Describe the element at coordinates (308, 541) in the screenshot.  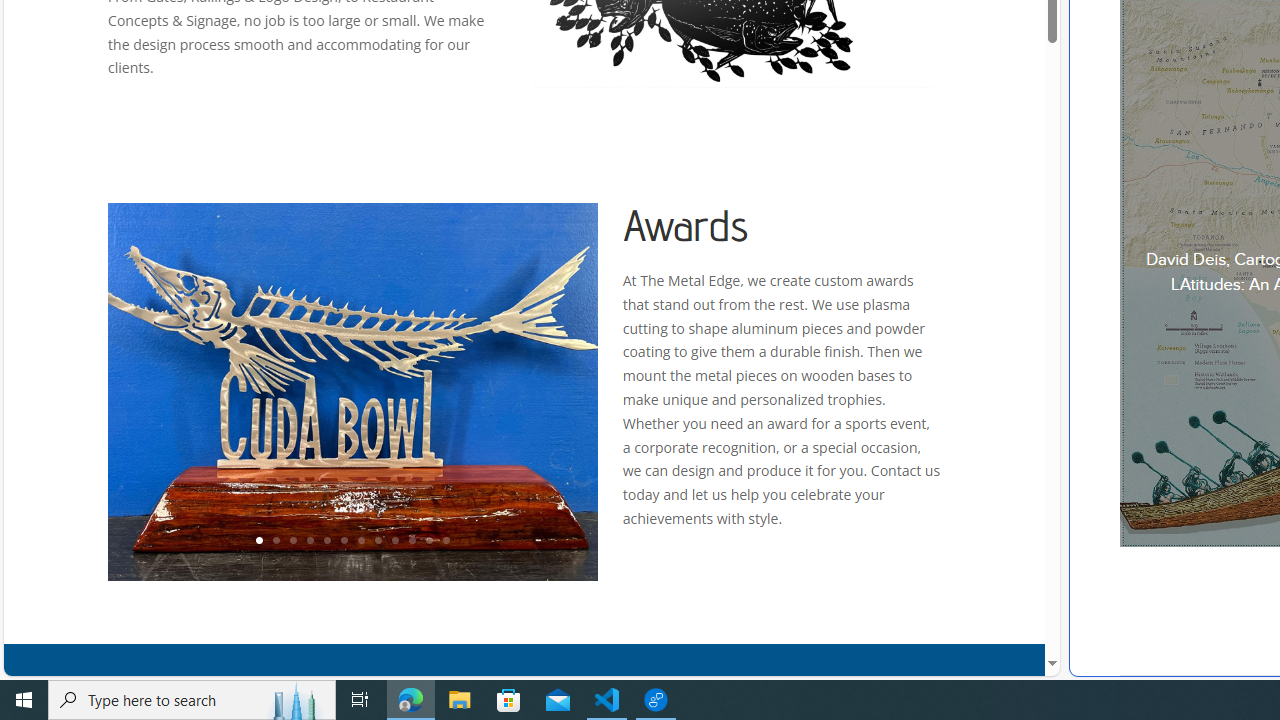
I see `'4'` at that location.